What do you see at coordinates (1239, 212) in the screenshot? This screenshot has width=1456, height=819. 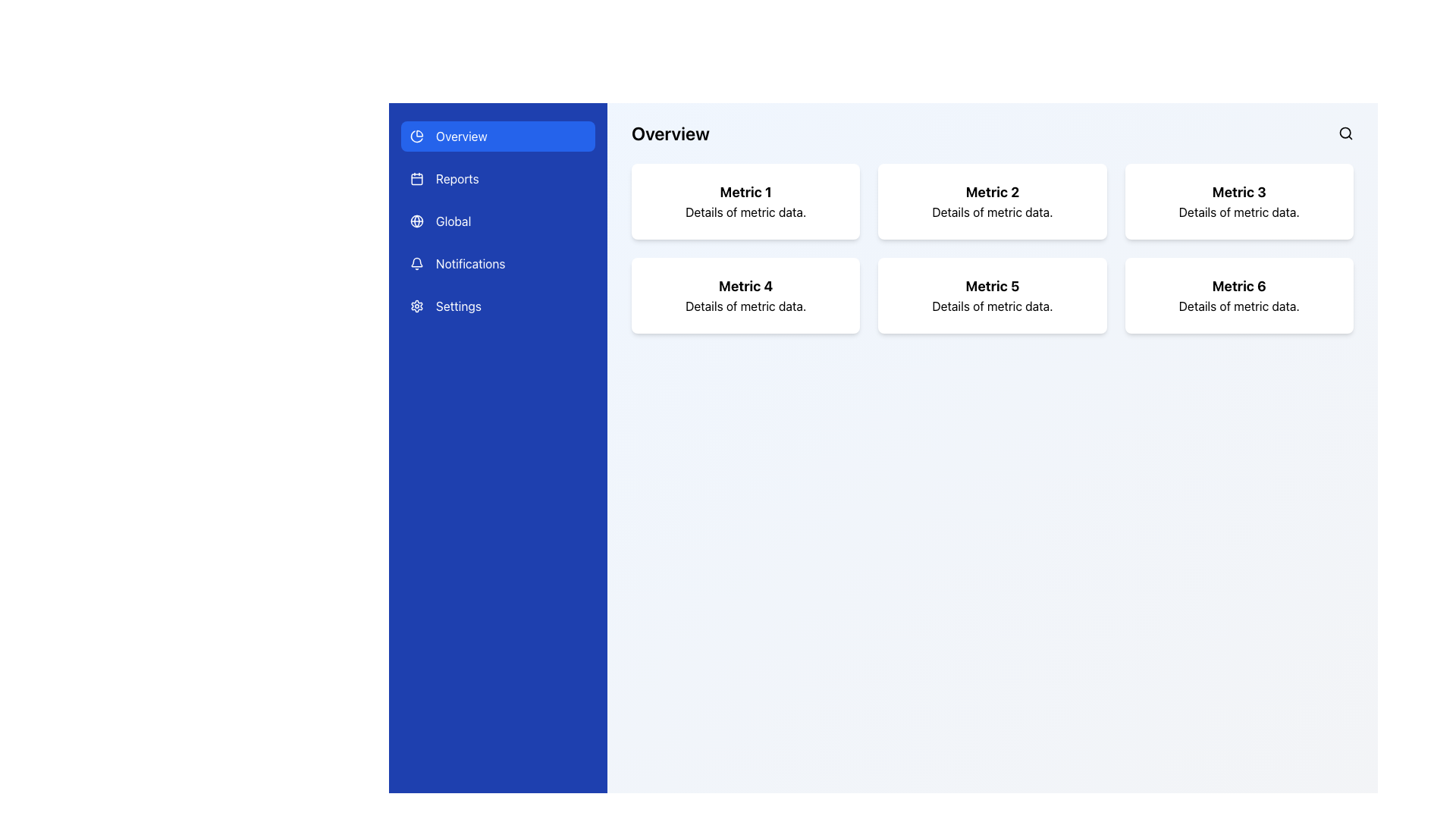 I see `the text label that displays 'Details of metric data.' located within the card titled 'Metric 3' in the top-right corner of the grid layout` at bounding box center [1239, 212].